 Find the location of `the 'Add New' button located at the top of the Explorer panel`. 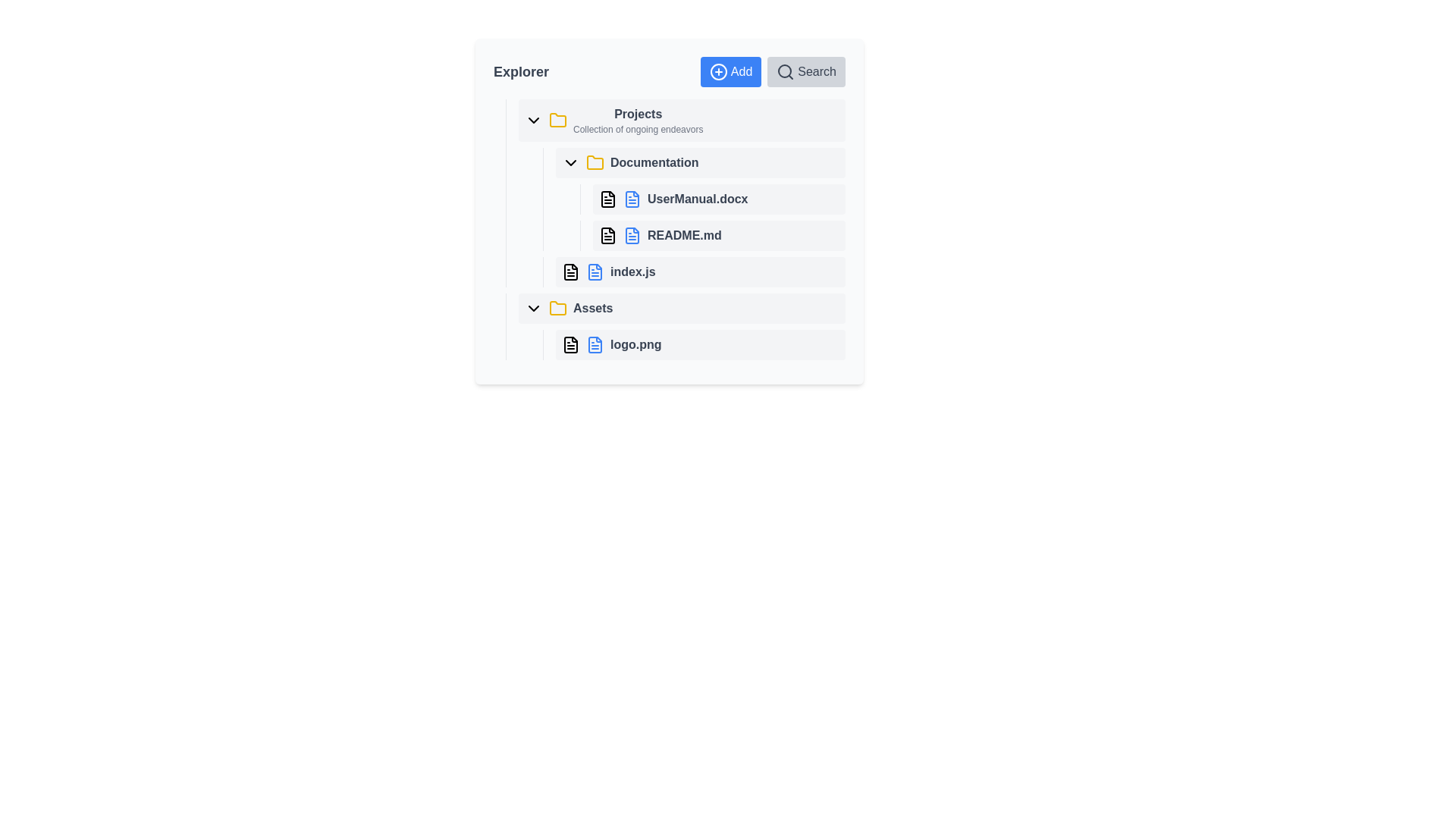

the 'Add New' button located at the top of the Explorer panel is located at coordinates (731, 72).